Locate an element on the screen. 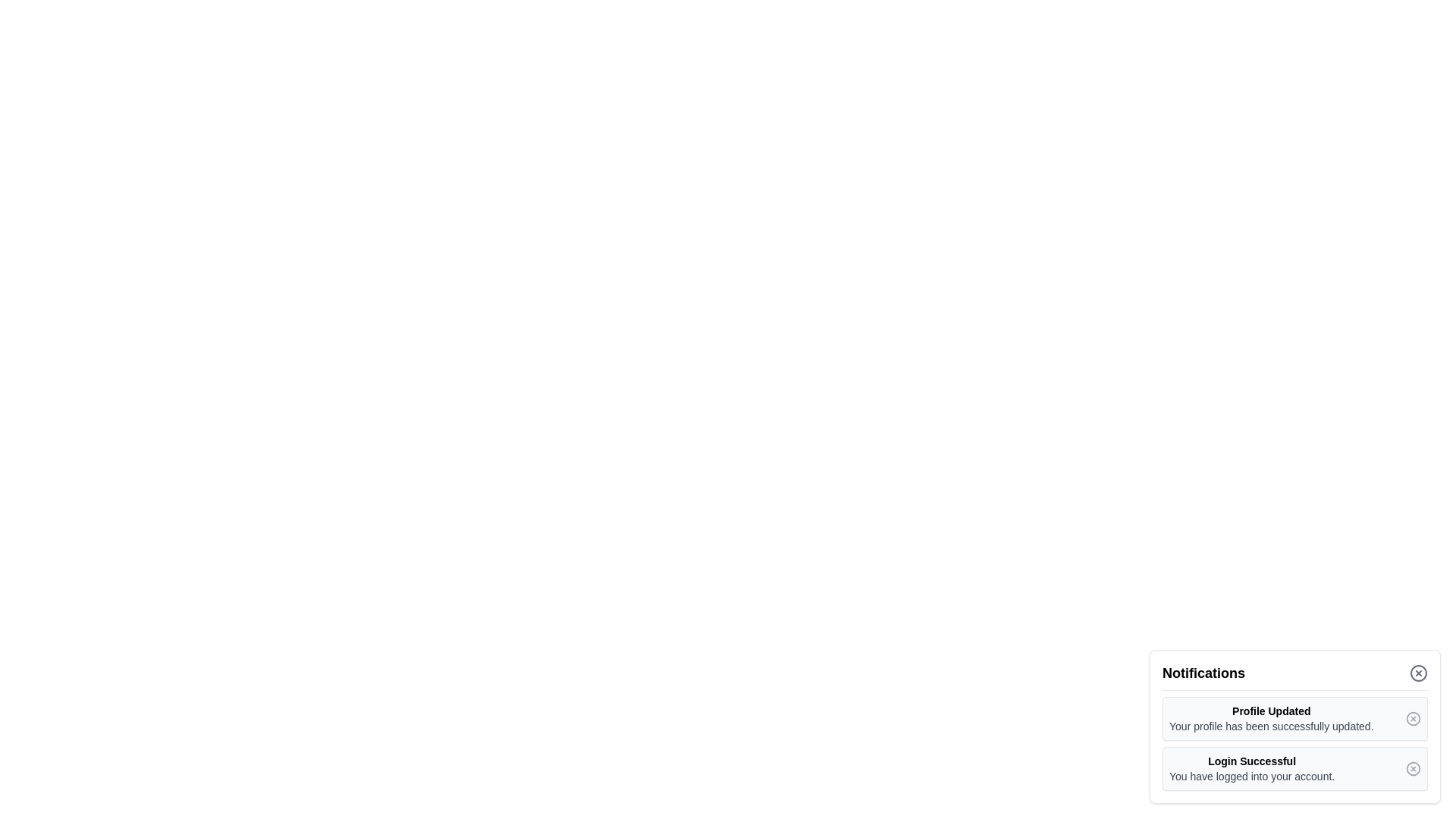  the circular close button icon located at the top-right corner of the Notifications panel to initiate the close action is located at coordinates (1418, 672).